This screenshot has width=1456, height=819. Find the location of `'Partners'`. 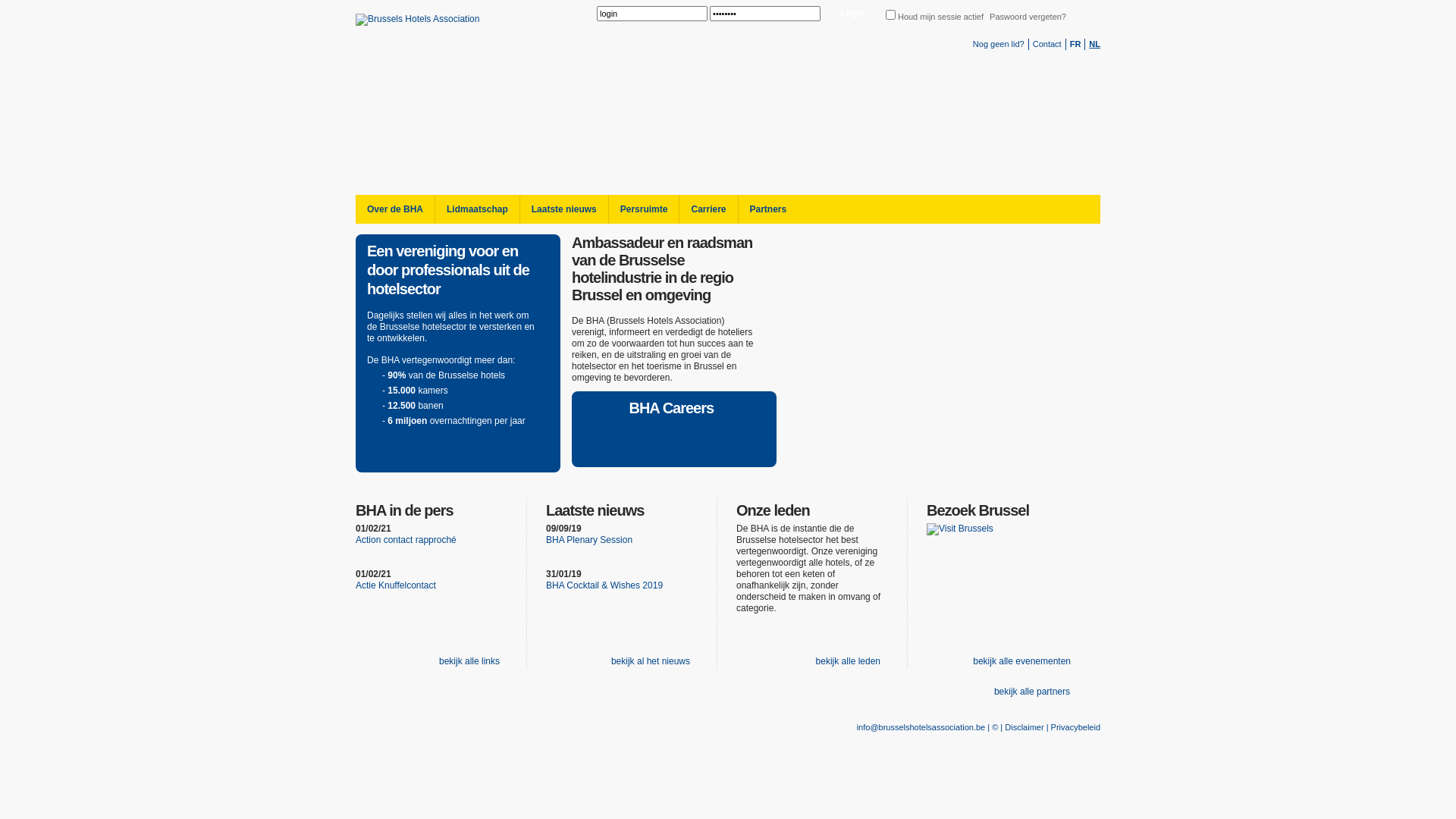

'Partners' is located at coordinates (767, 209).